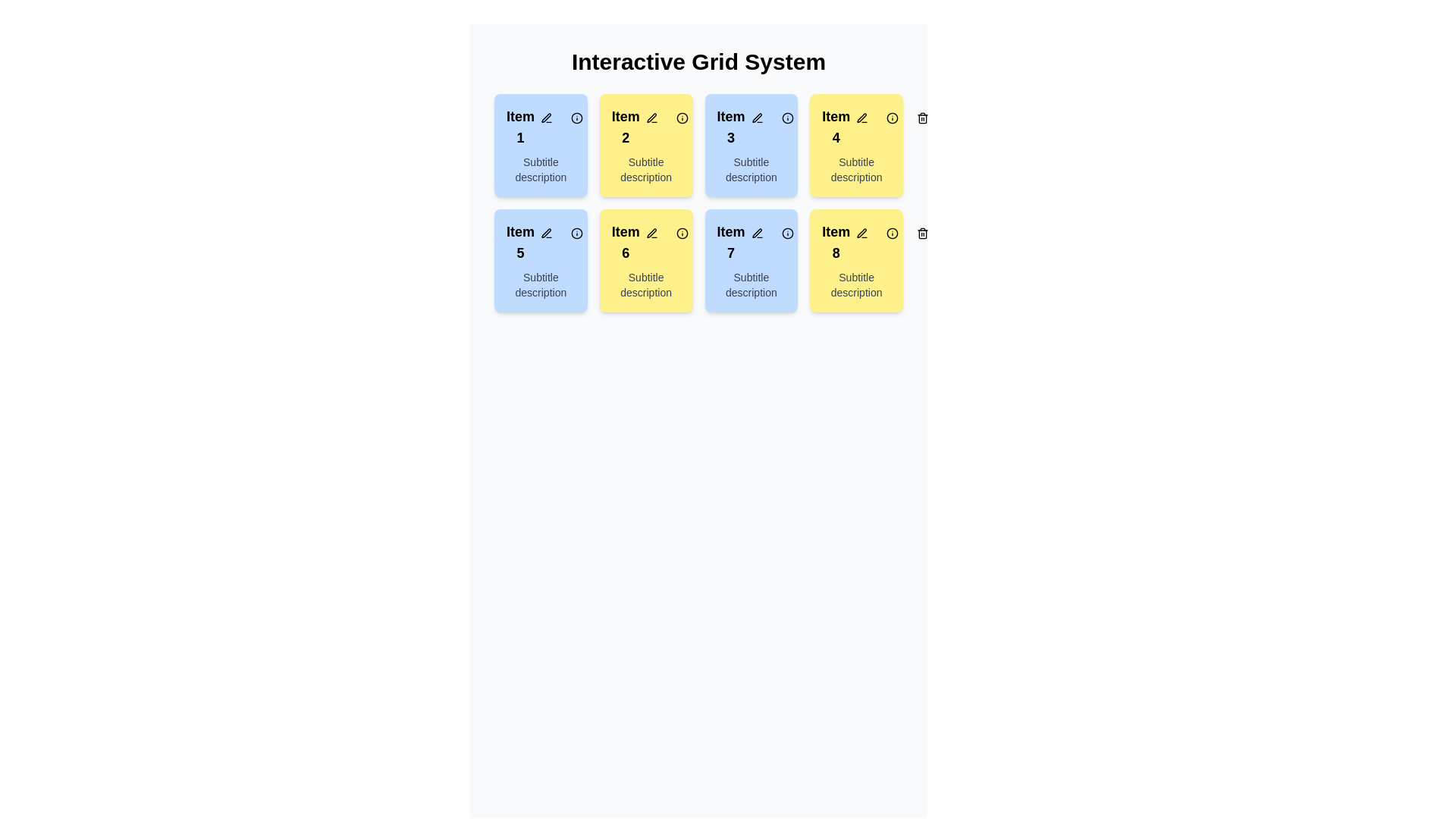 The height and width of the screenshot is (819, 1456). Describe the element at coordinates (646, 169) in the screenshot. I see `the text label displaying 'Subtitle description' in a gray font, located at the bottom section of the card labeled 'Item 2', aligned centrally within the card` at that location.